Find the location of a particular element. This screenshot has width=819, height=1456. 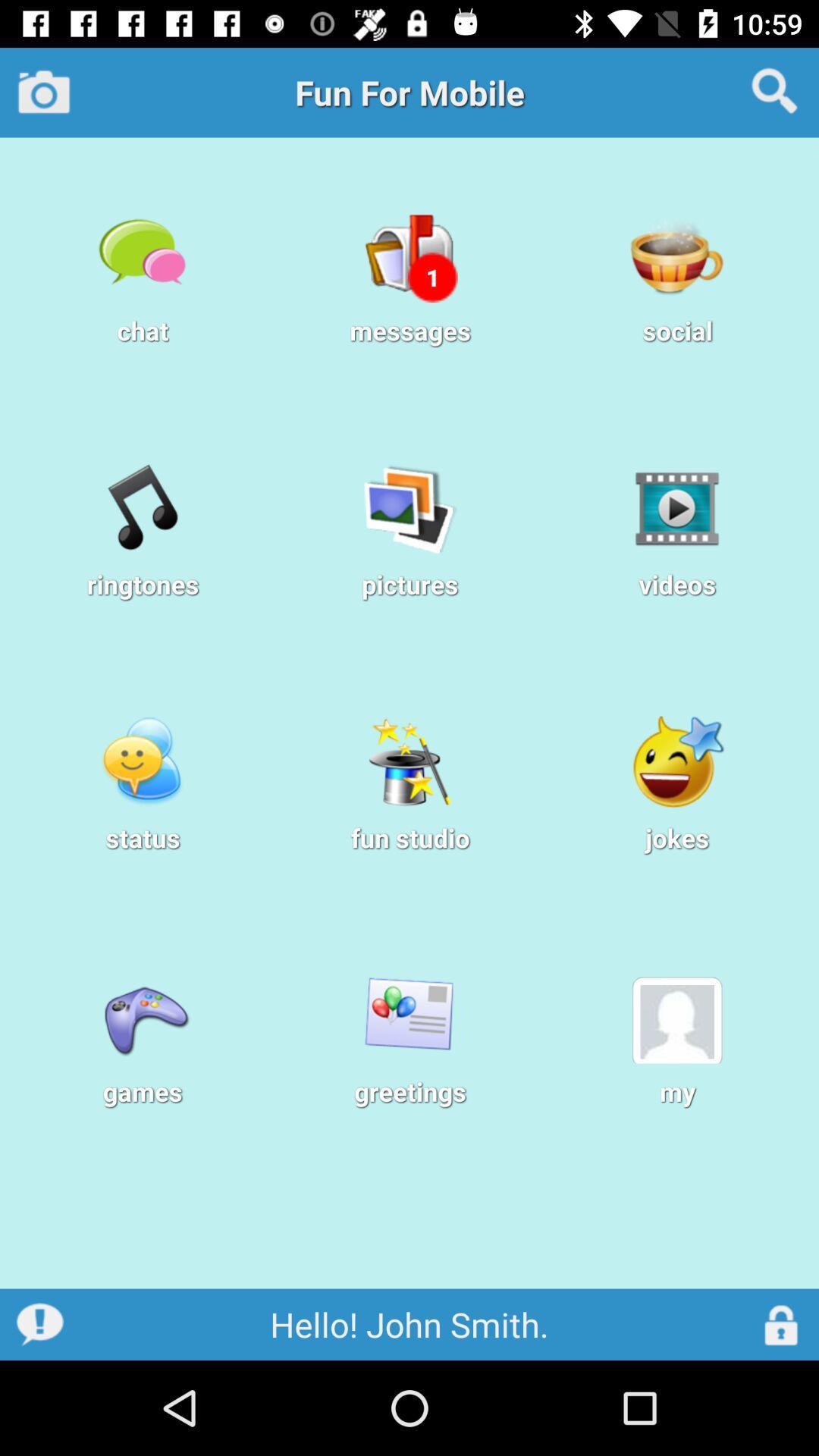

app to the right of fun for mobile icon is located at coordinates (774, 91).